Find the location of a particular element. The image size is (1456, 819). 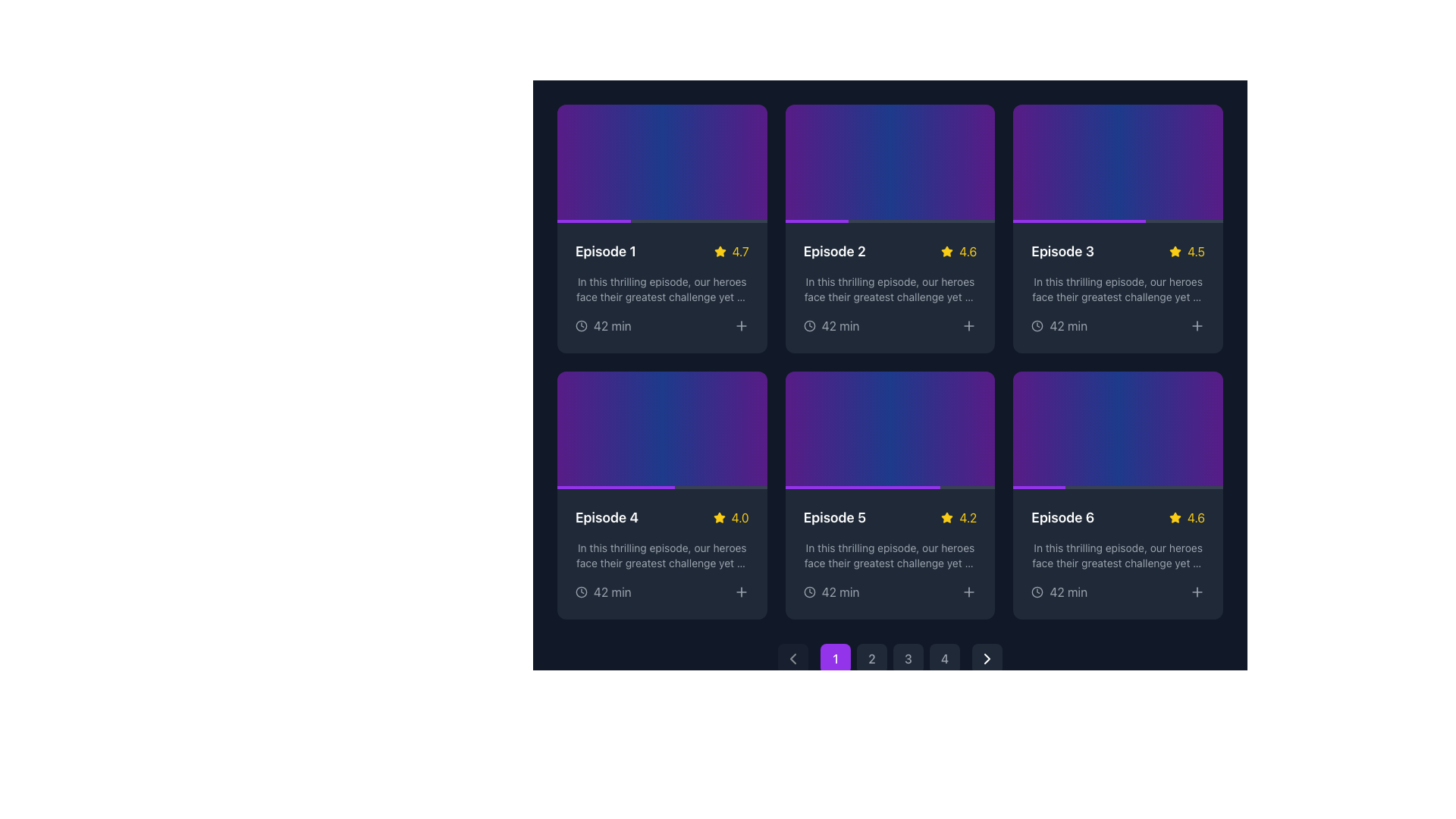

the circular button displaying the number '3' in light gray font, located in the pagination controls at the bottom center of the interface is located at coordinates (908, 657).